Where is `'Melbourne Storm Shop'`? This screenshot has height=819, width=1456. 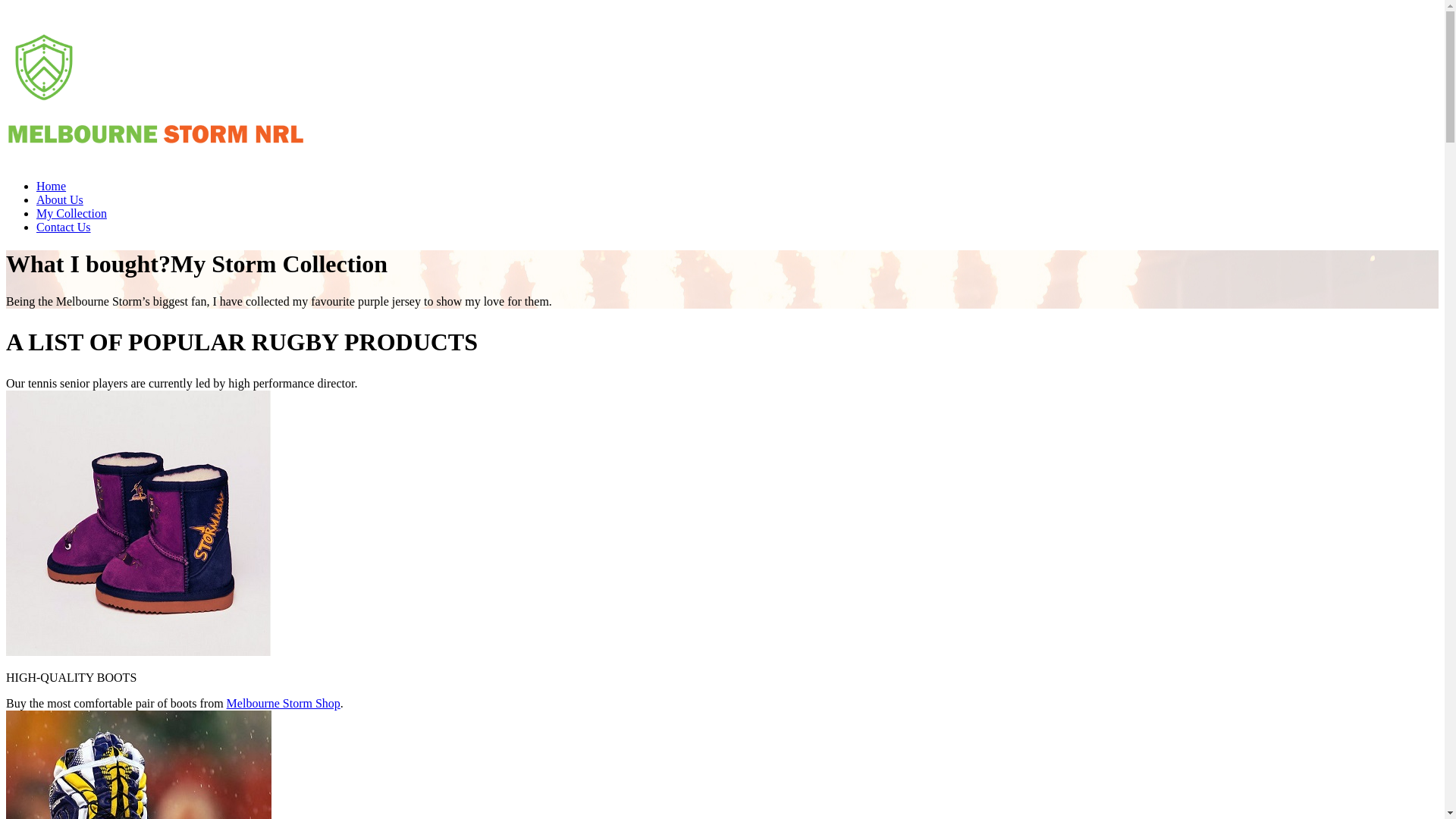 'Melbourne Storm Shop' is located at coordinates (284, 703).